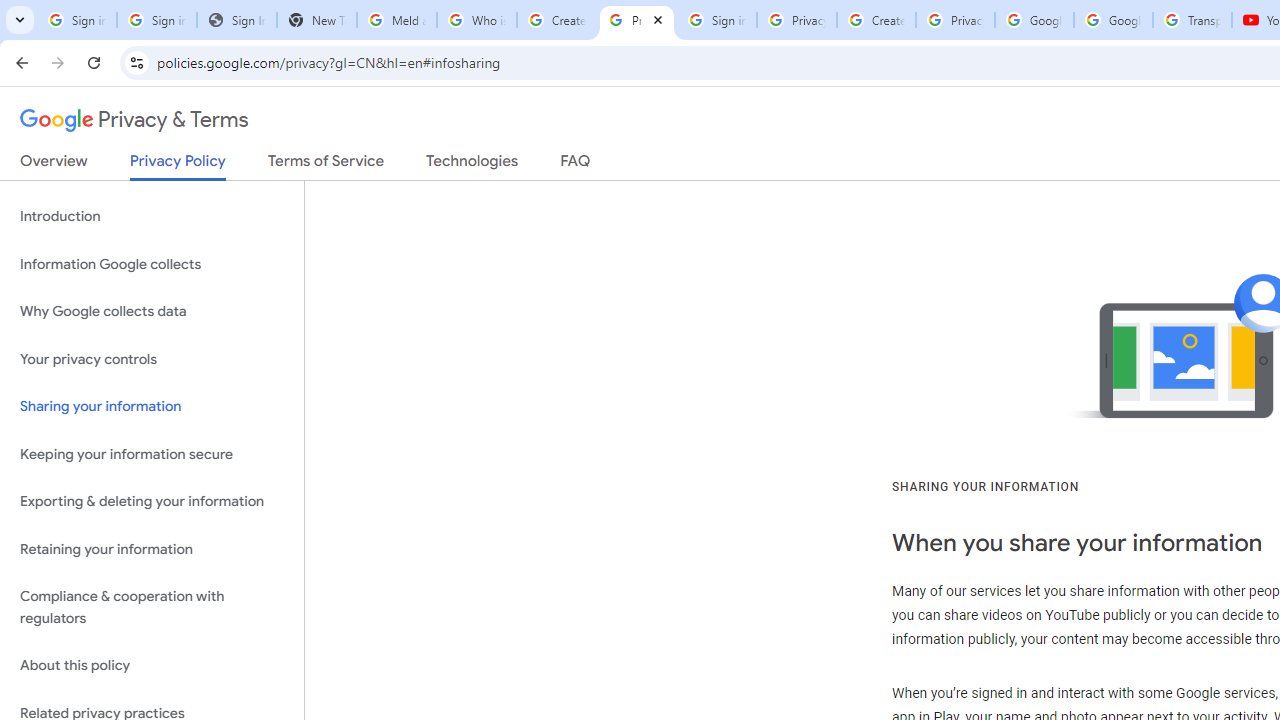 The height and width of the screenshot is (720, 1280). Describe the element at coordinates (151, 607) in the screenshot. I see `'Compliance & cooperation with regulators'` at that location.